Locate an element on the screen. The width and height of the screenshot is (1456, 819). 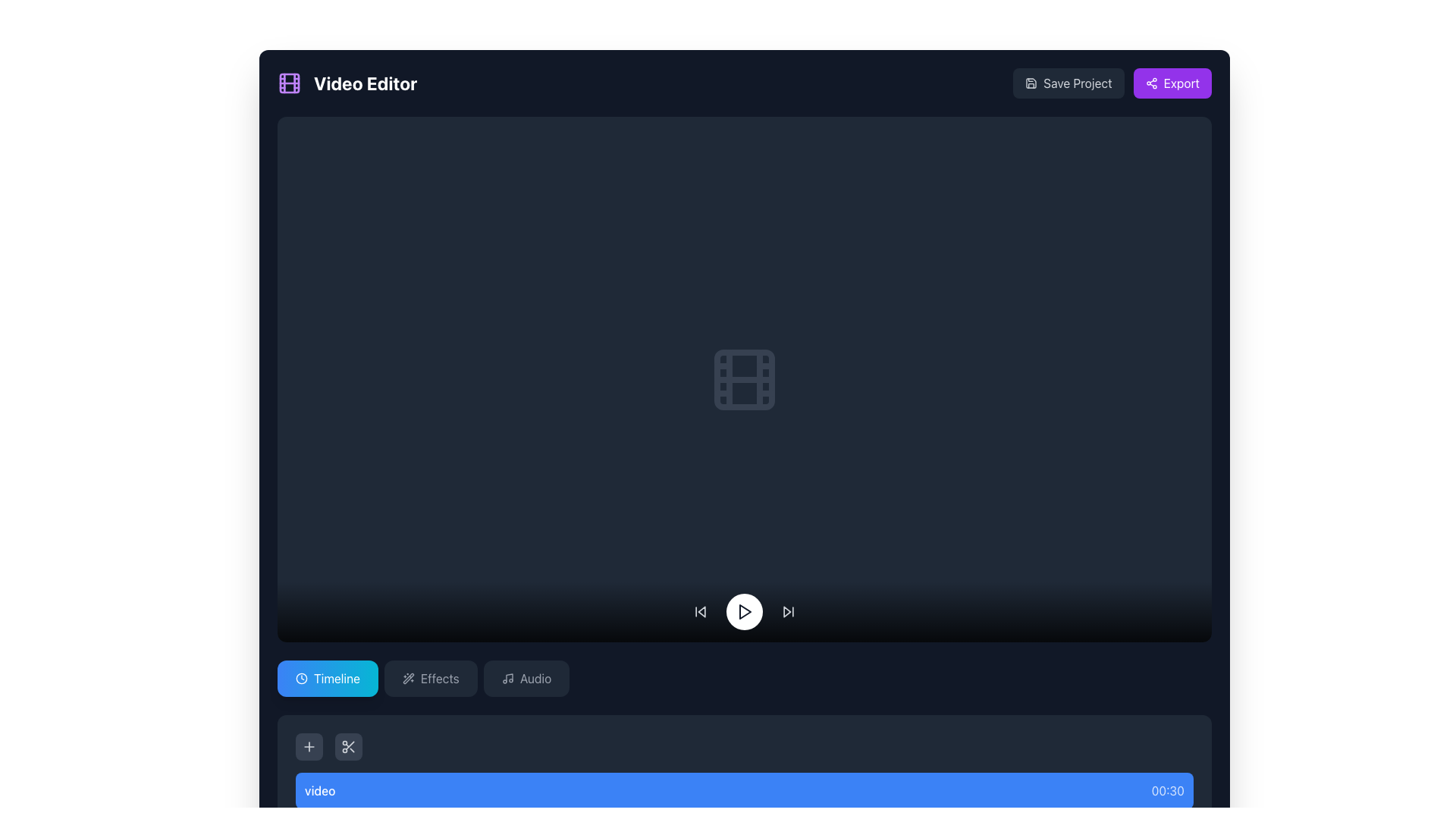
the middle button that accesses the Effects section of the application is located at coordinates (430, 677).